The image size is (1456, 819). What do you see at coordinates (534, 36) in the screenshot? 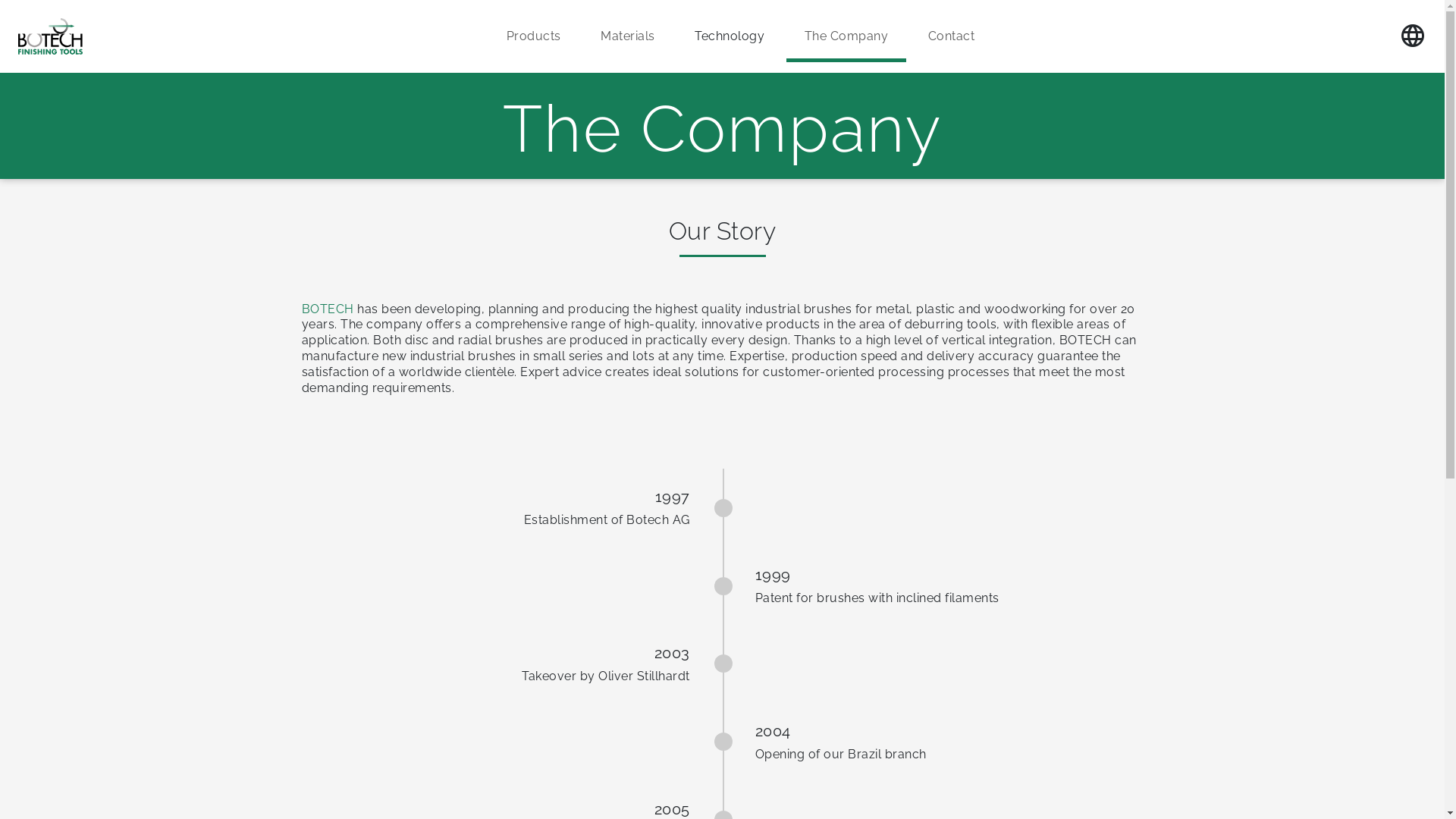
I see `'Products'` at bounding box center [534, 36].